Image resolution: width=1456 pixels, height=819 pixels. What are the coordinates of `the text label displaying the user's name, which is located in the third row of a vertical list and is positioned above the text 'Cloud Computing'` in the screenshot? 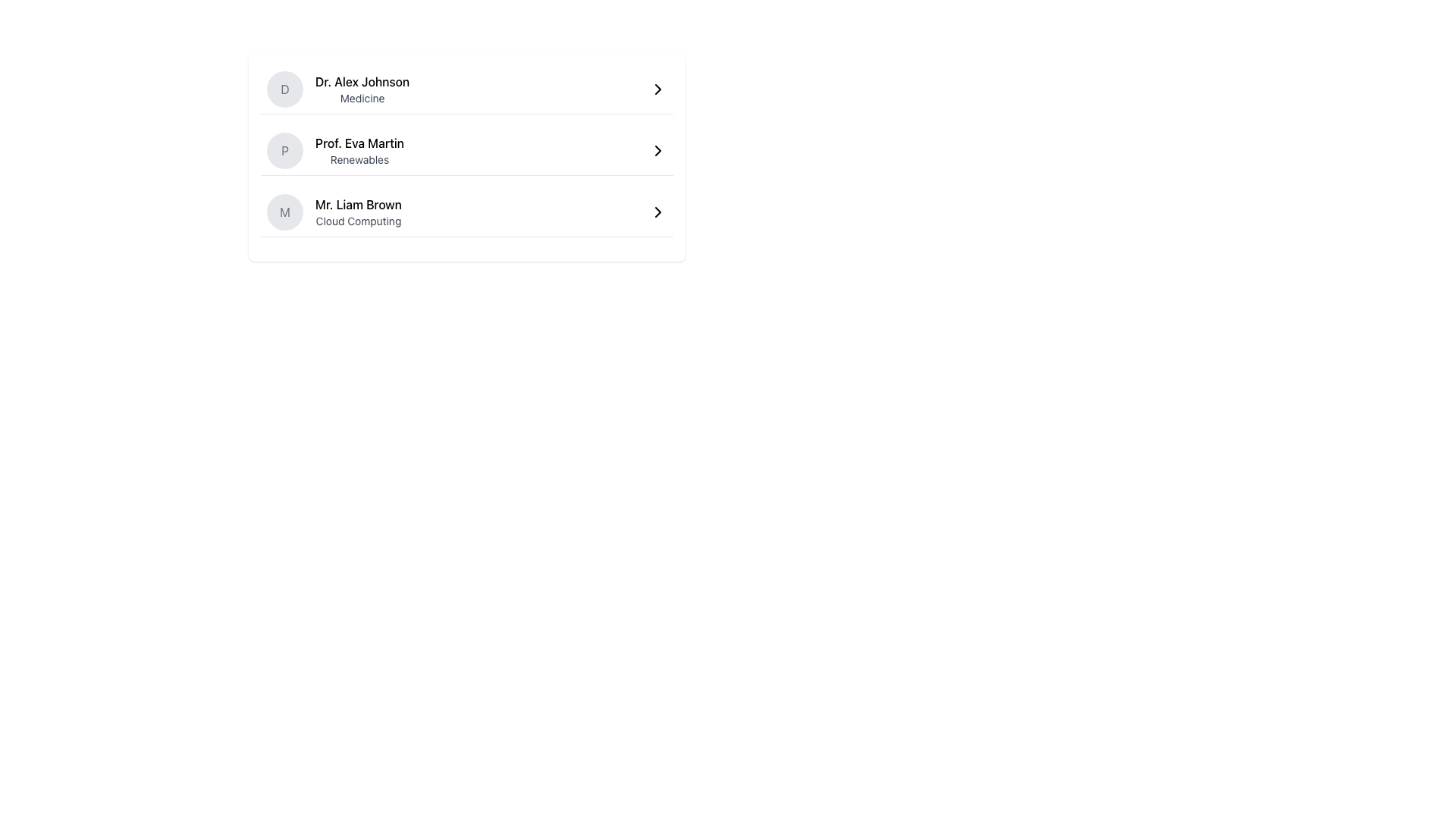 It's located at (357, 205).